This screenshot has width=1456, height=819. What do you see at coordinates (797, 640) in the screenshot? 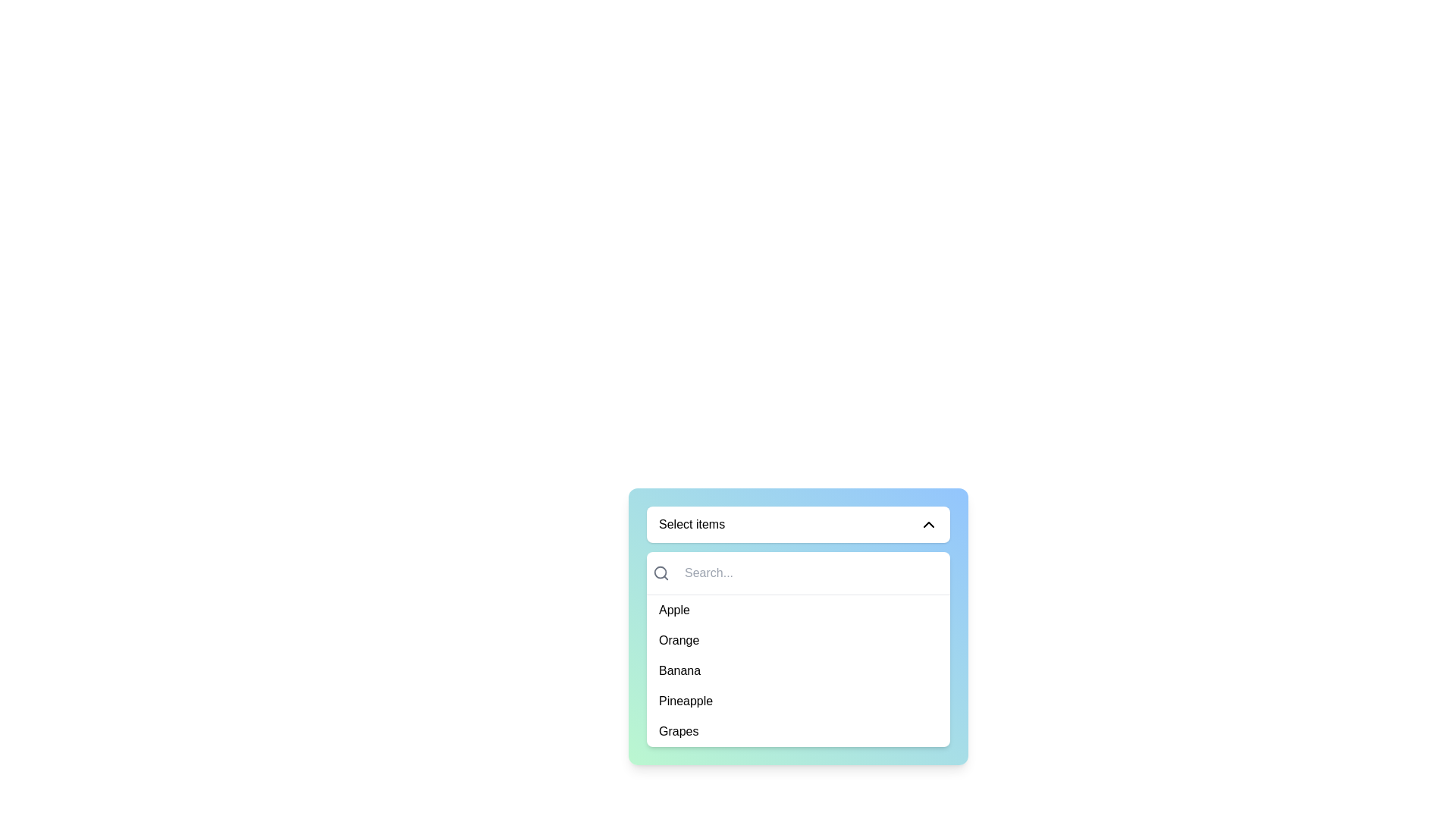
I see `the list item displaying the word 'Orange'` at bounding box center [797, 640].